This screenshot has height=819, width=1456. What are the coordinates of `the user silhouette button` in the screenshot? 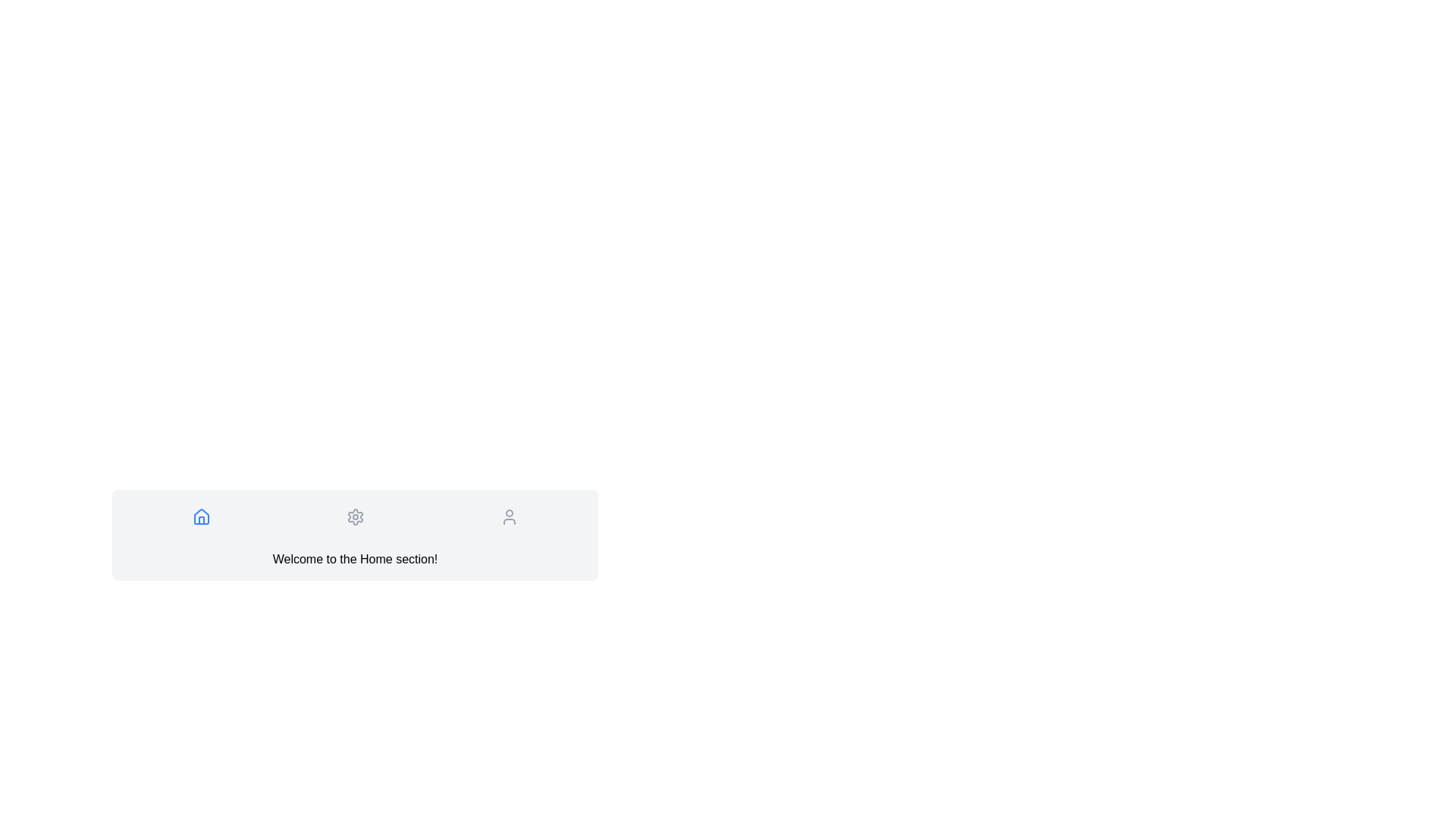 It's located at (509, 516).